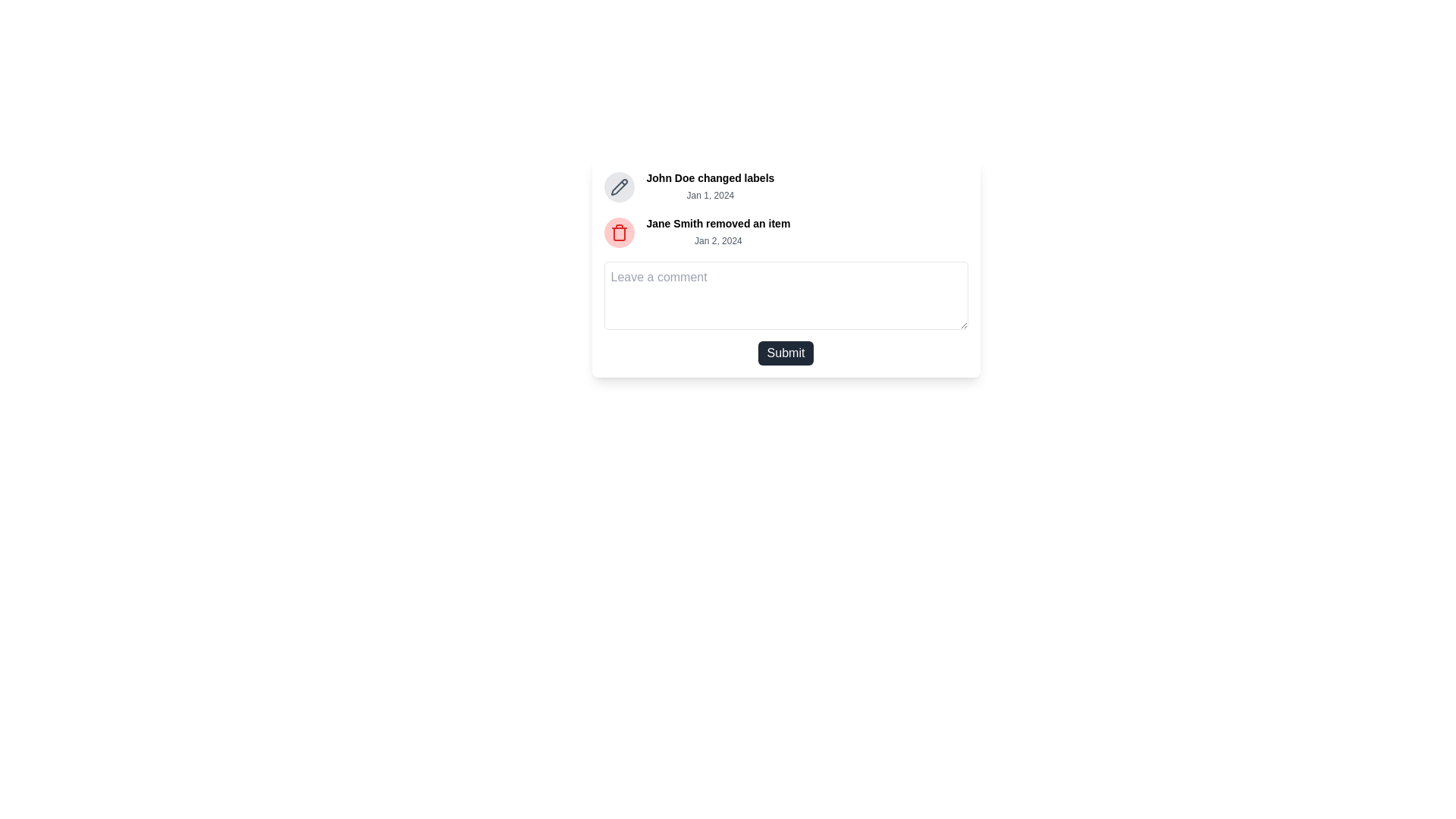 This screenshot has height=819, width=1456. Describe the element at coordinates (717, 223) in the screenshot. I see `the text label reading 'Jane Smith removed an item', which is styled in a smaller bold font and located centrally within the interface` at that location.